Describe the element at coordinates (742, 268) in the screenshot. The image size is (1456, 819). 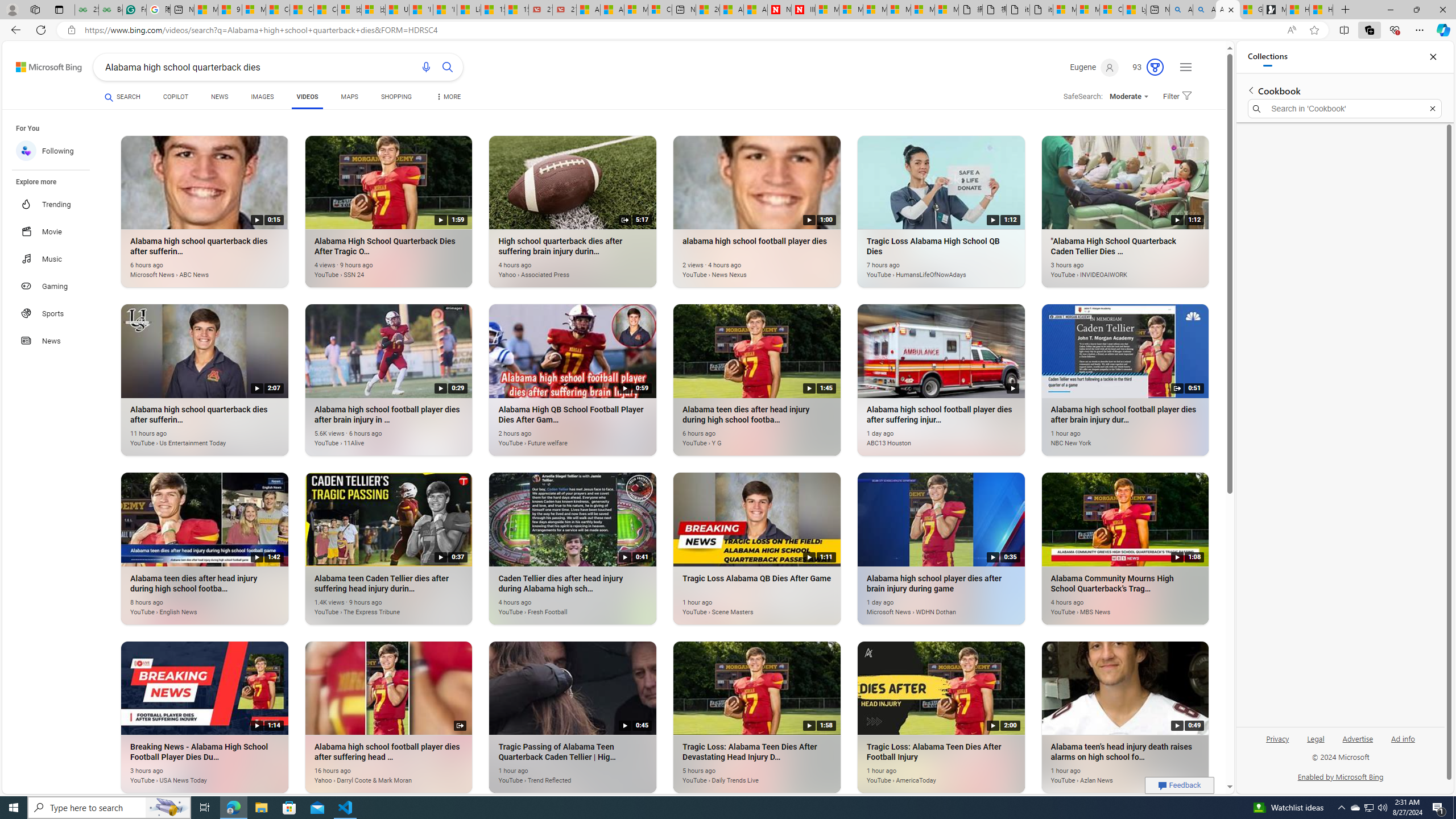
I see `'alabama high school football player dies'` at that location.